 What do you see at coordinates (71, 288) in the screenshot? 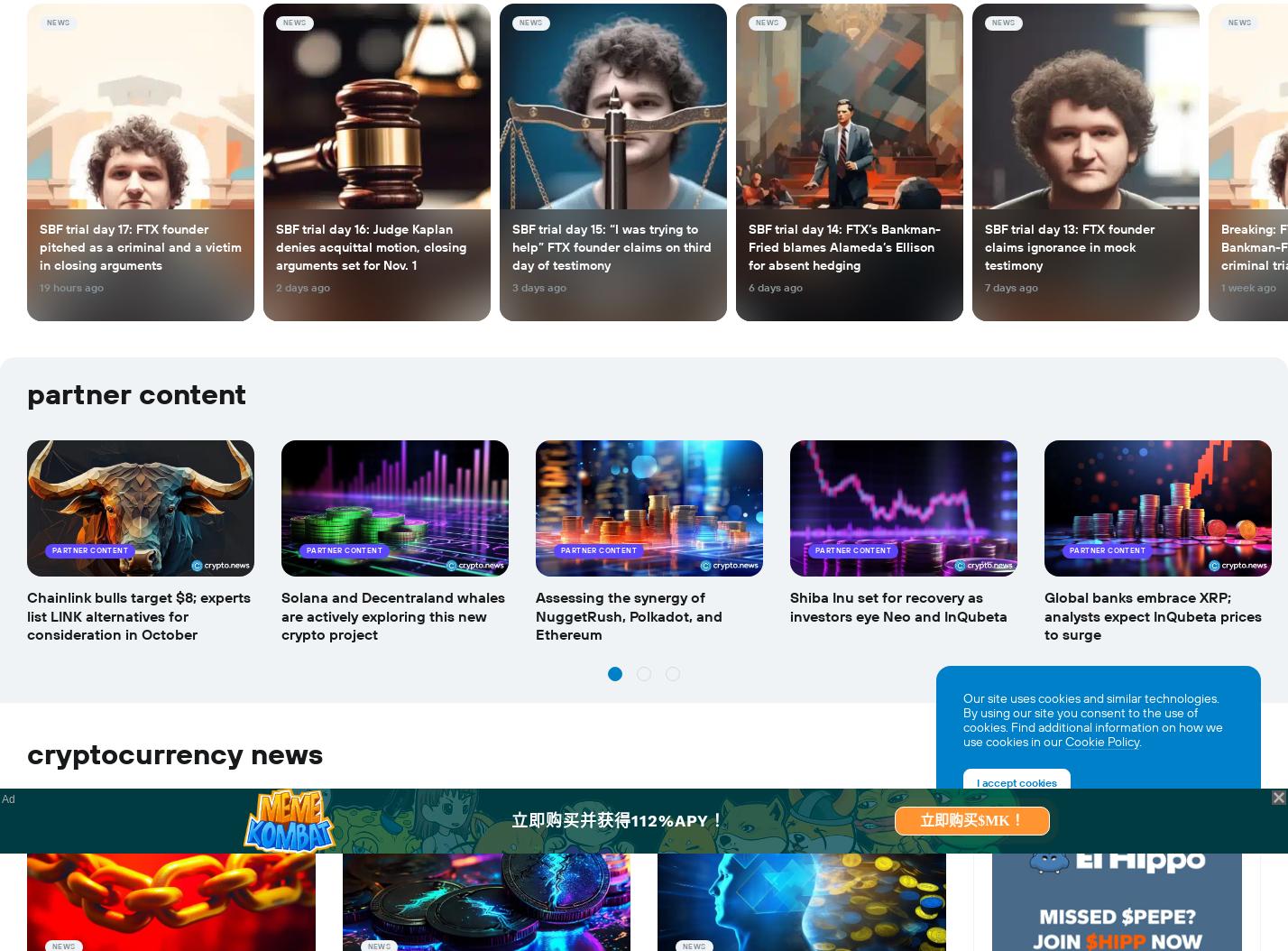
I see `'19 hours ago'` at bounding box center [71, 288].